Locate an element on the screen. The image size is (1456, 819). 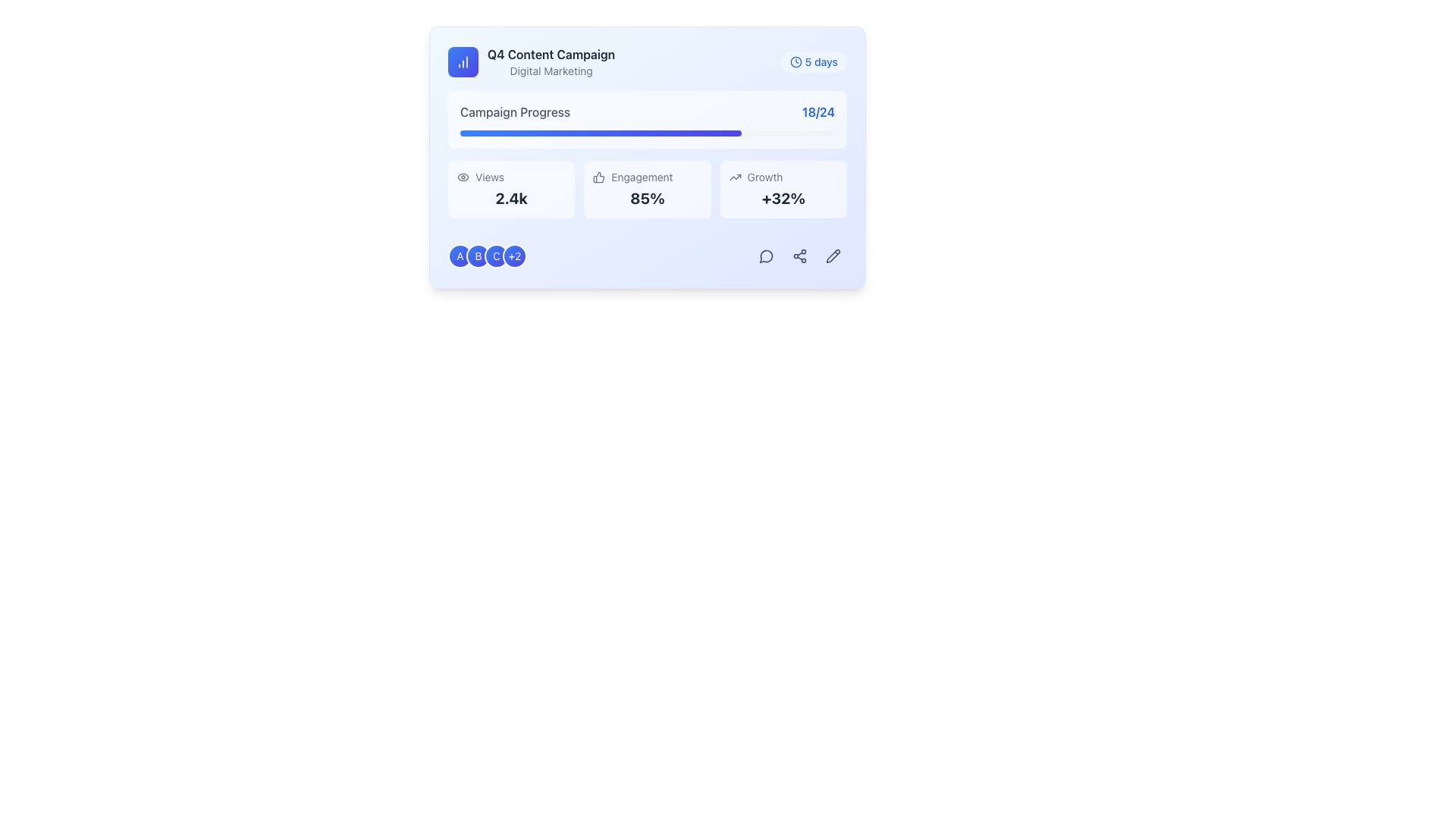
text content of the Text Label element displaying '85%' that is centrally positioned under the label 'Engagement' is located at coordinates (648, 197).